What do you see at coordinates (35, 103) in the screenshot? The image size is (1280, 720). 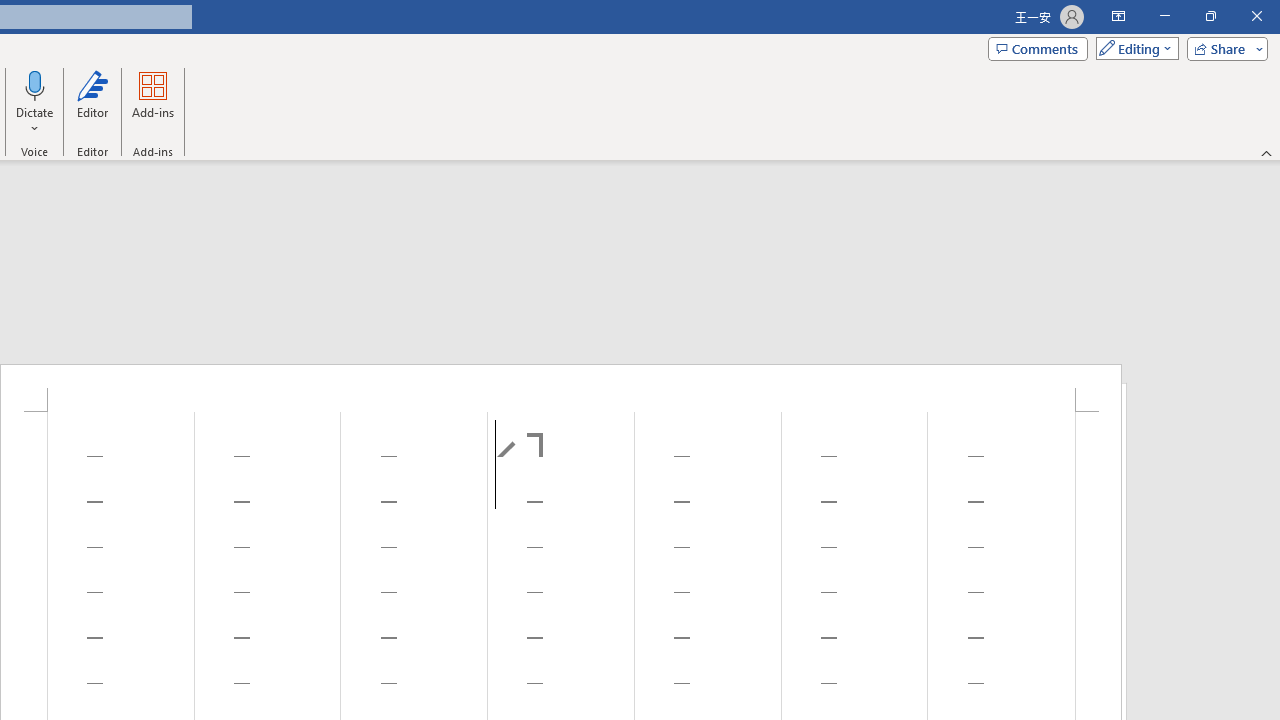 I see `'Dictate'` at bounding box center [35, 103].